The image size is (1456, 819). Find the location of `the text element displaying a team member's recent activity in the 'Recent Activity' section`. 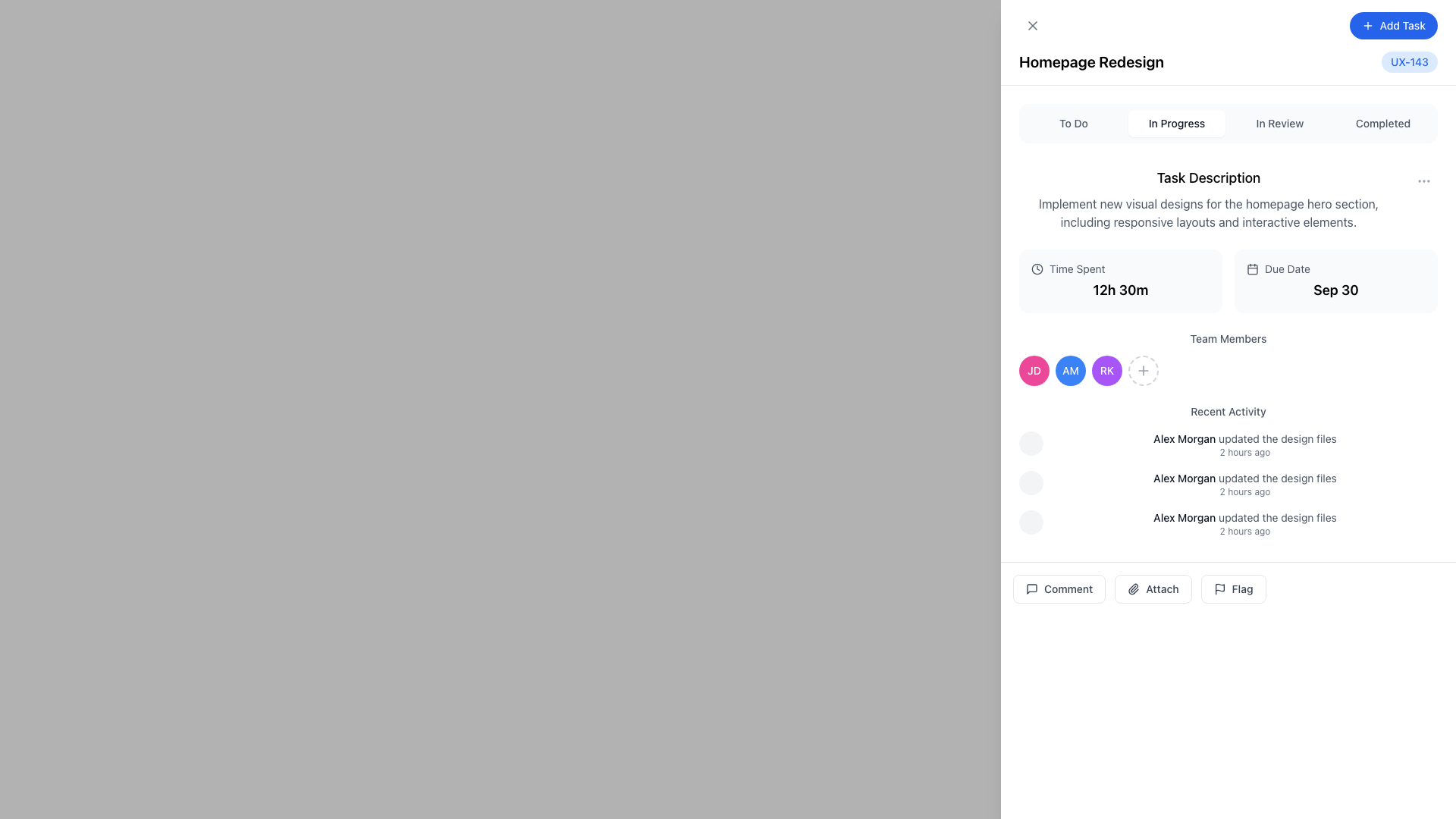

the text element displaying a team member's recent activity in the 'Recent Activity' section is located at coordinates (1244, 479).